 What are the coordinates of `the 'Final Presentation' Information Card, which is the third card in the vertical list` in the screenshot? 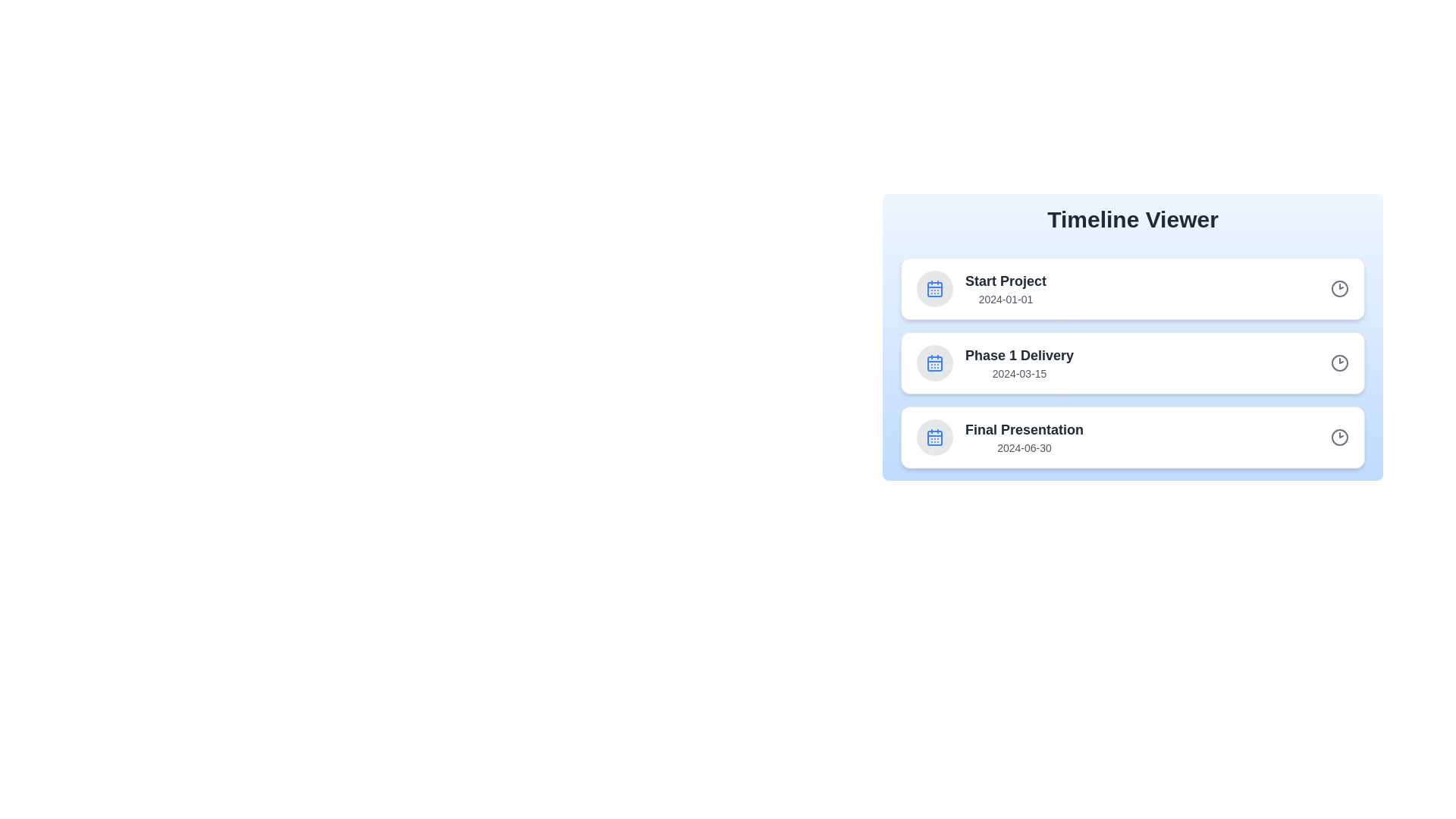 It's located at (1132, 438).